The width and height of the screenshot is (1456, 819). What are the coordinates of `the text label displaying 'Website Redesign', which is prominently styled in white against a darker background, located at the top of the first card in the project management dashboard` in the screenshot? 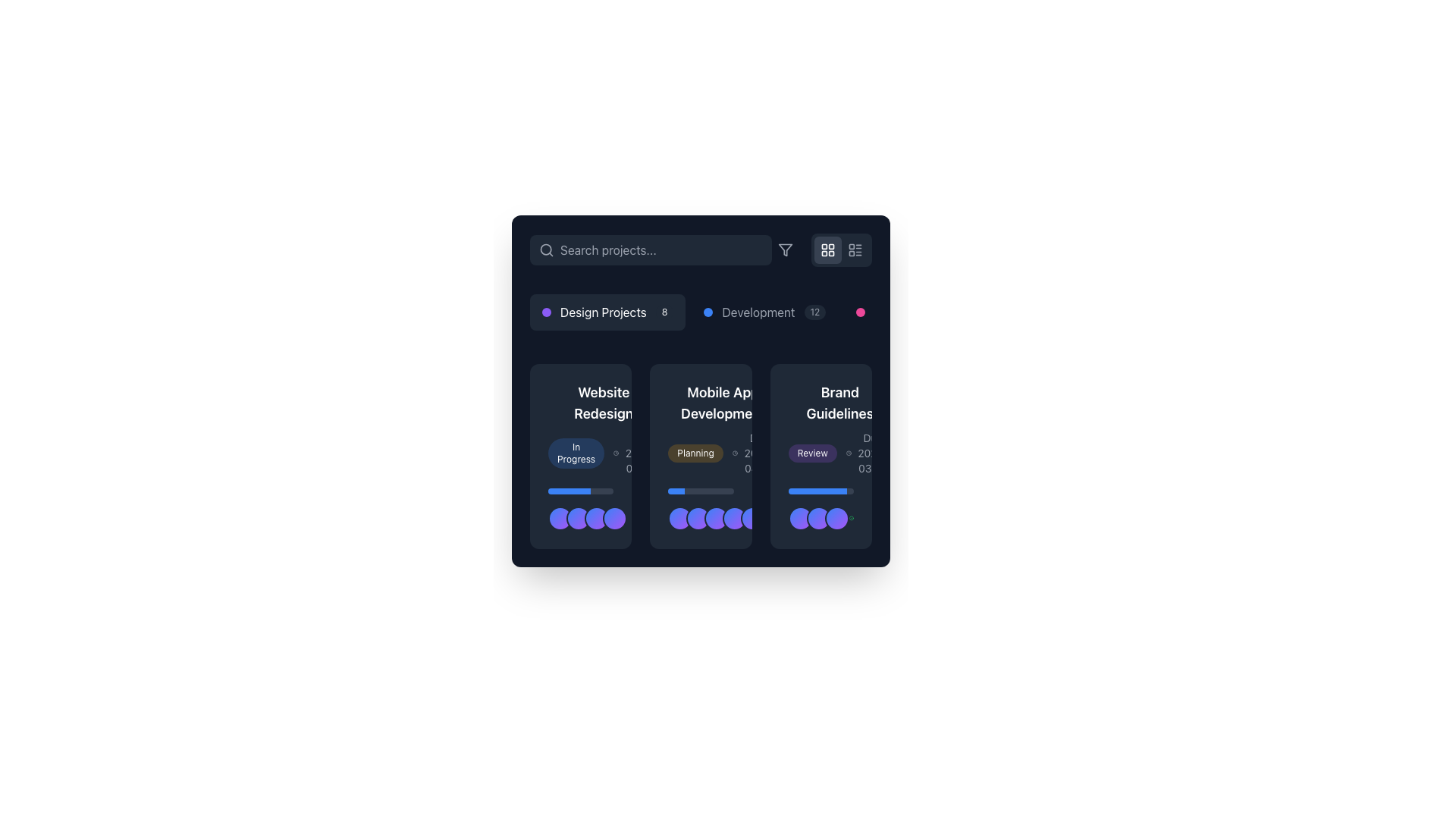 It's located at (603, 403).